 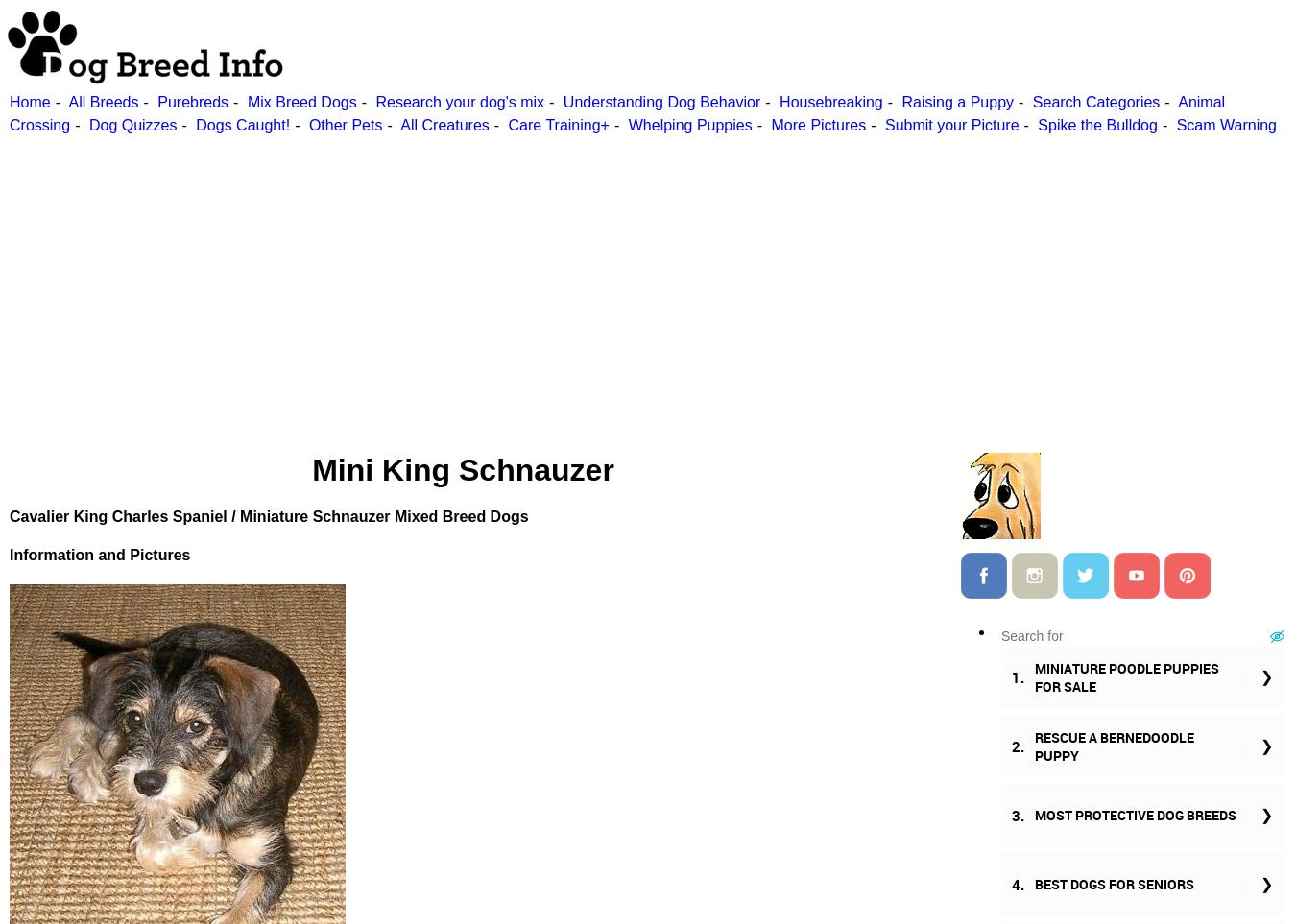 I want to click on 'Other Pets', so click(x=345, y=124).